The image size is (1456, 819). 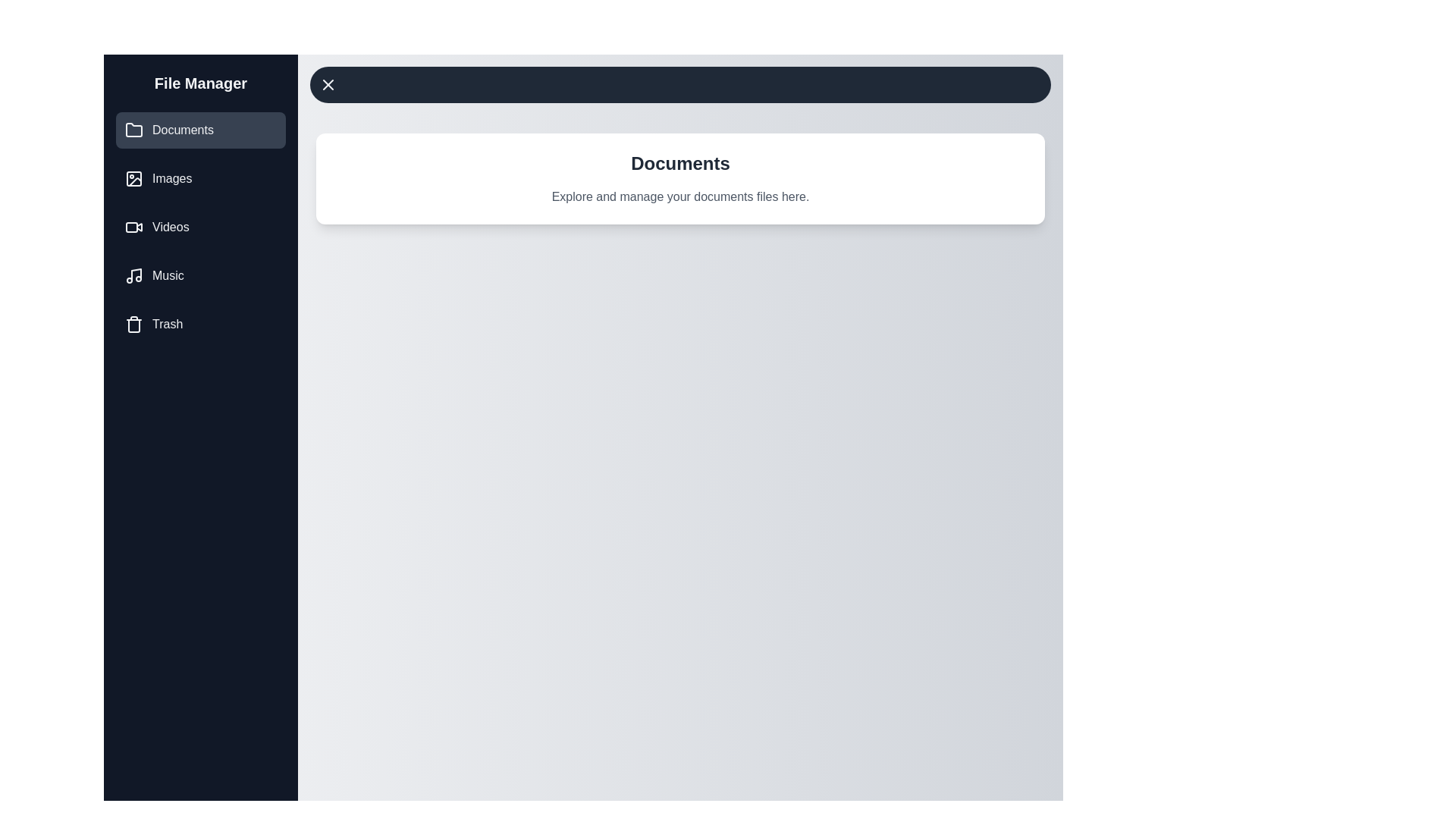 What do you see at coordinates (199, 177) in the screenshot?
I see `the category Images from the drawer` at bounding box center [199, 177].